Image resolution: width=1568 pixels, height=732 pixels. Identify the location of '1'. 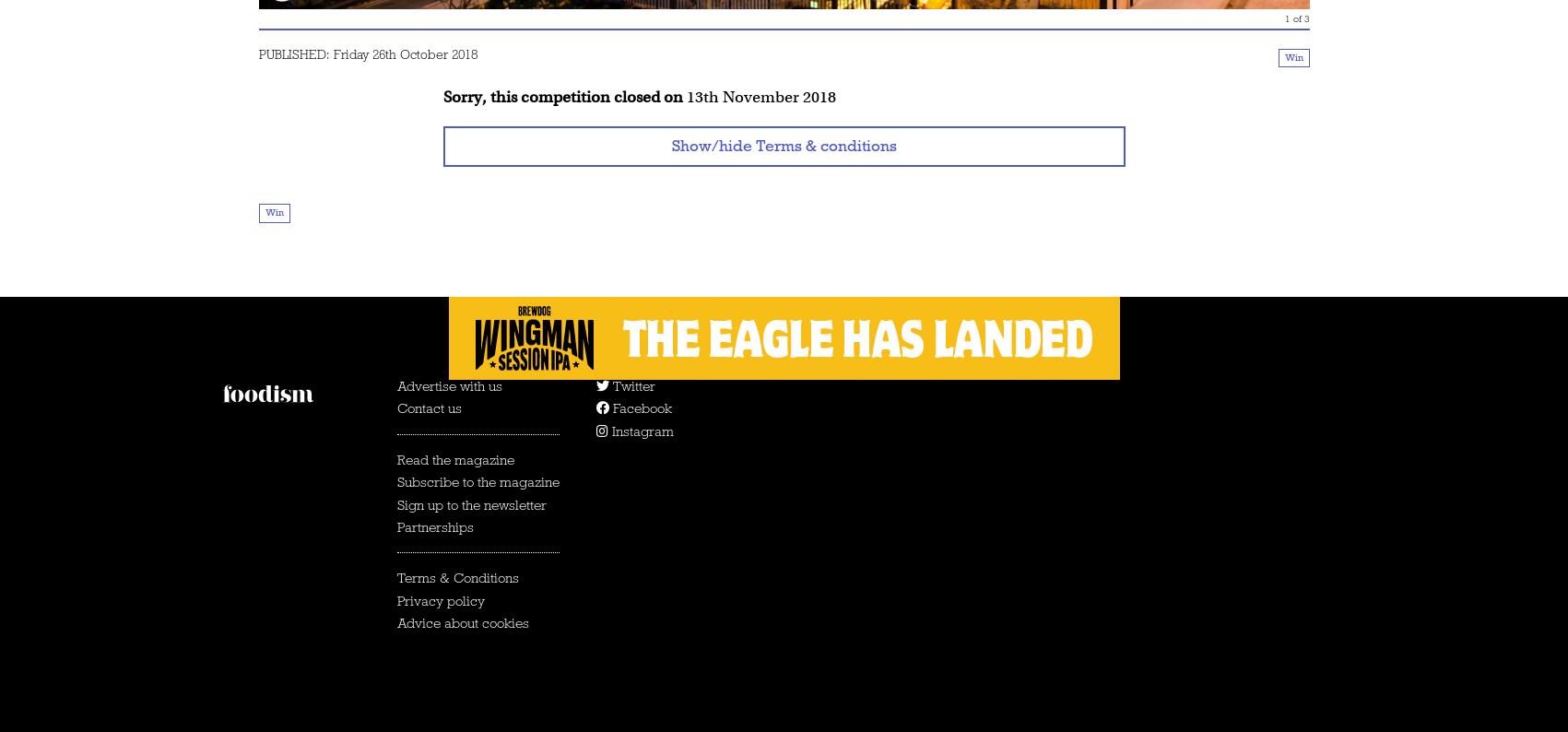
(1286, 17).